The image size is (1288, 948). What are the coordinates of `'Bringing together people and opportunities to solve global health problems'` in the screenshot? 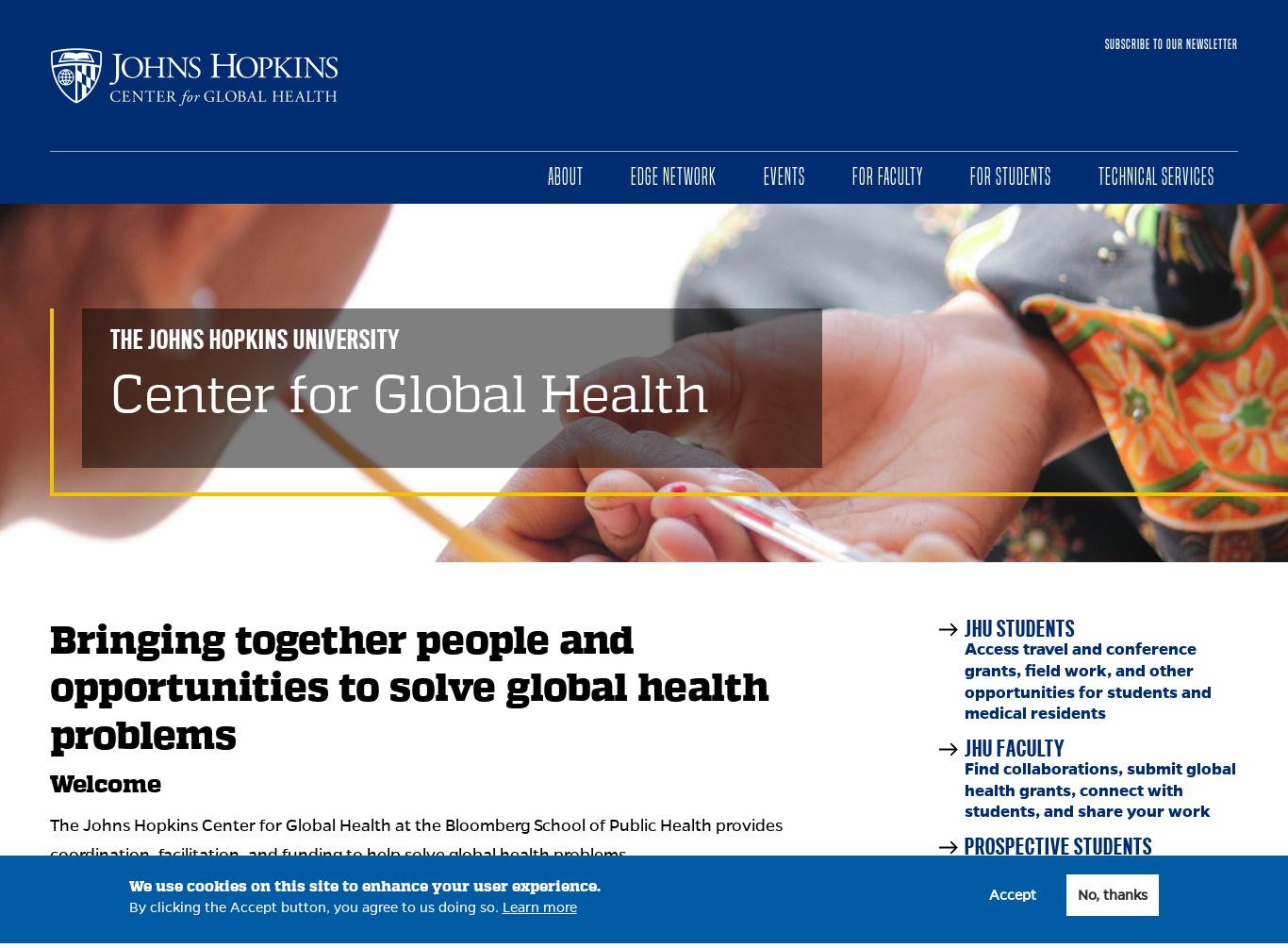 It's located at (408, 690).